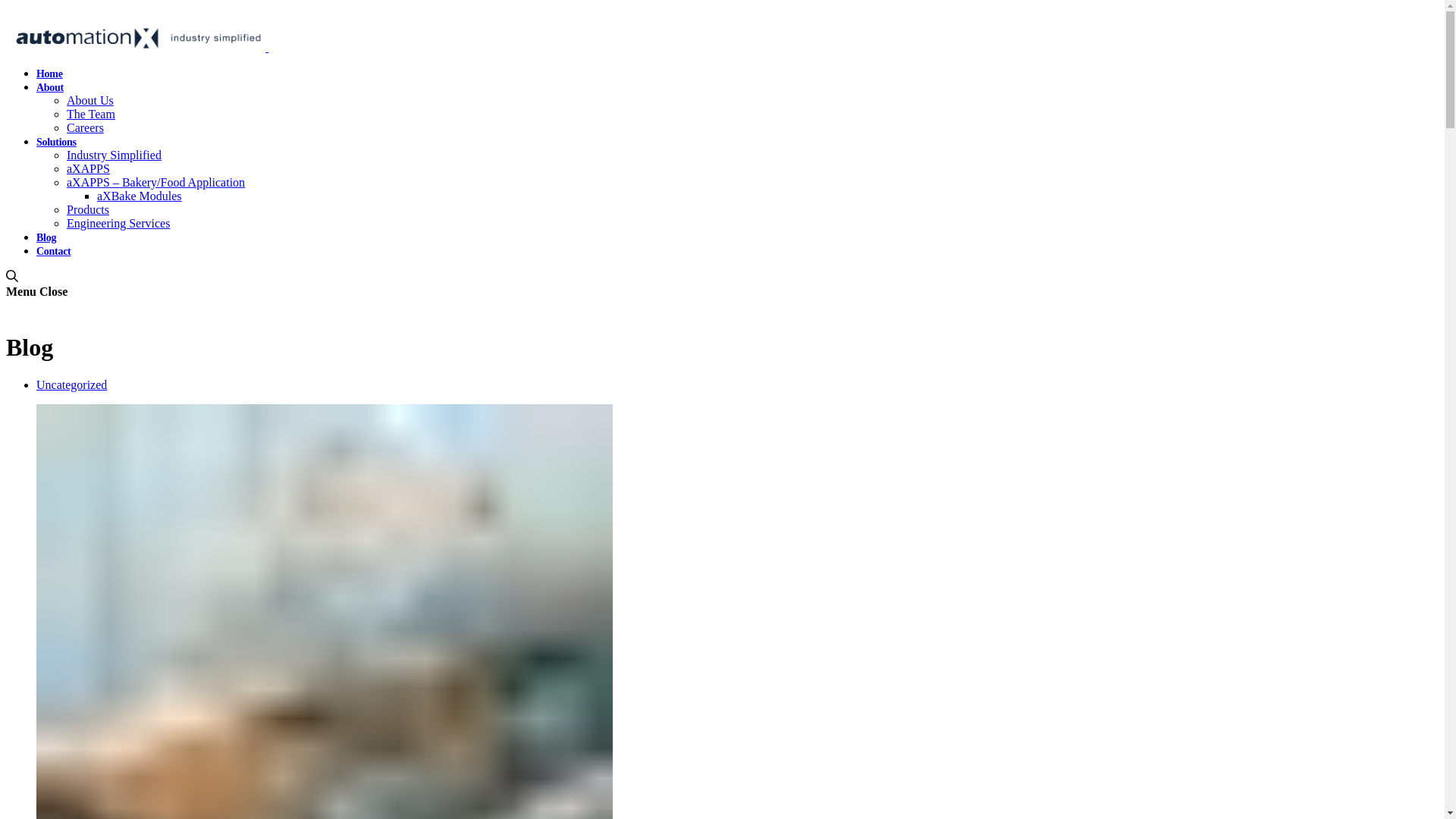 The width and height of the screenshot is (1456, 819). I want to click on 'About', so click(50, 87).